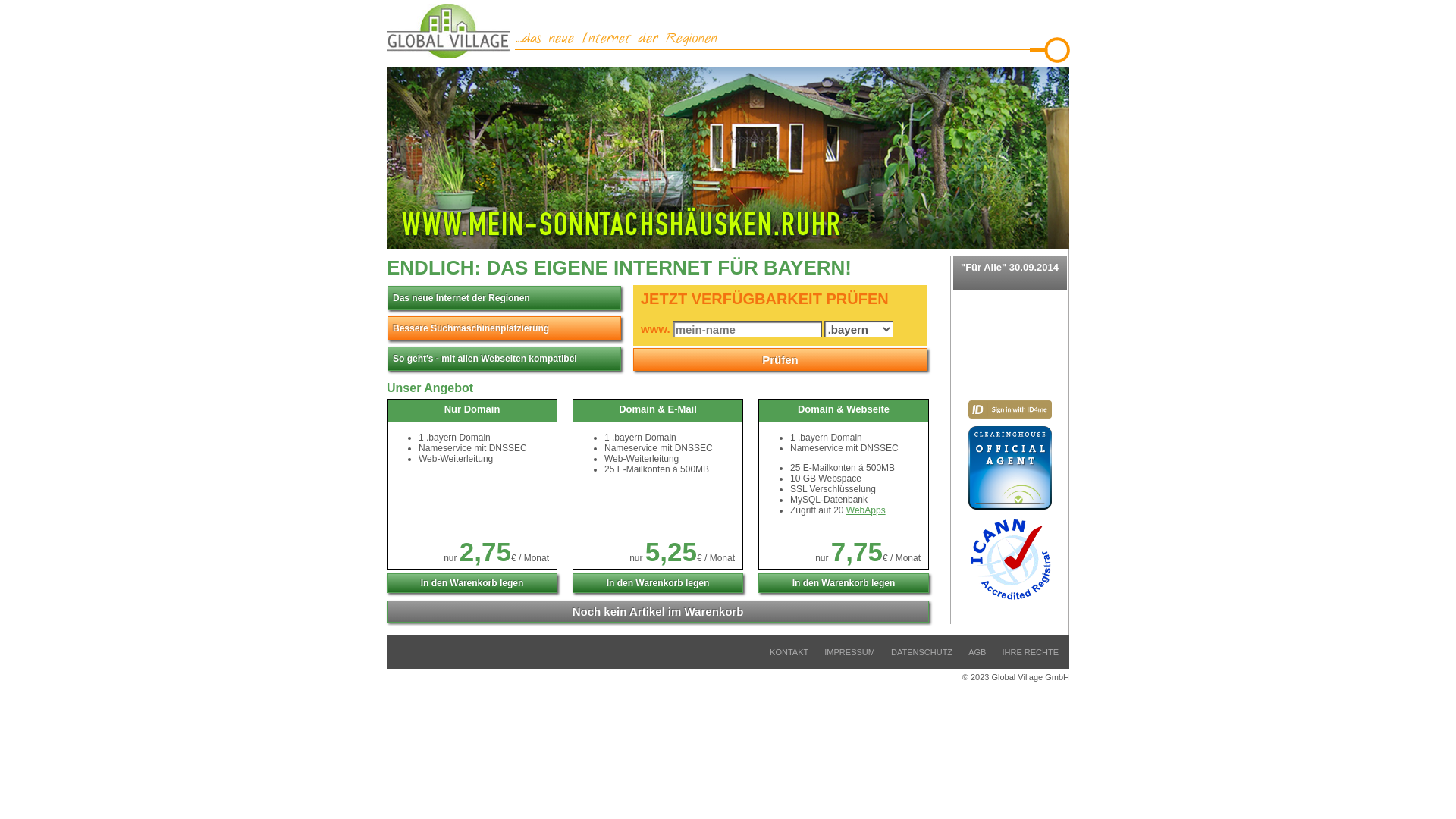 This screenshot has height=819, width=1456. I want to click on 'In den Warenkorb legen', so click(386, 582).